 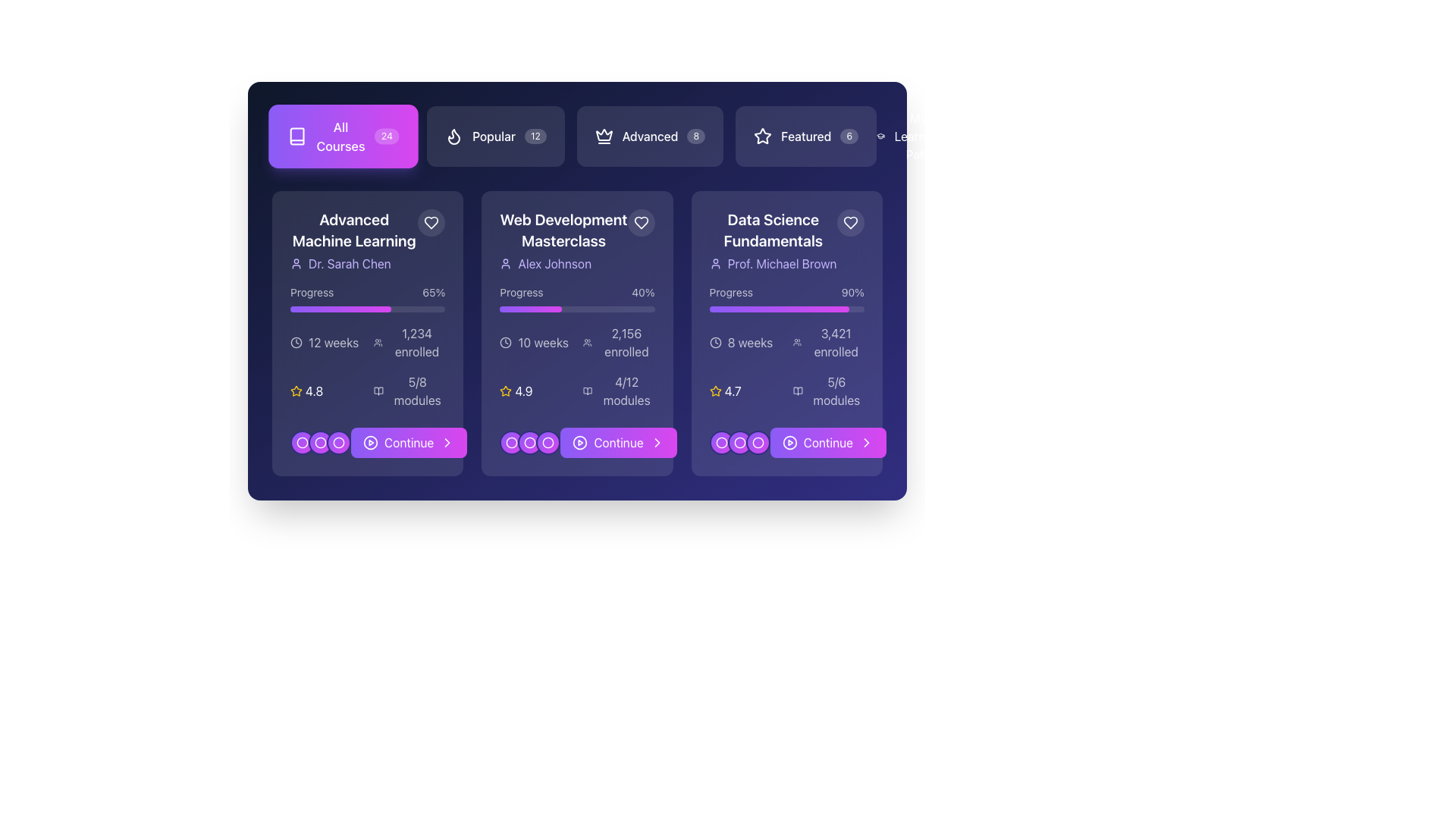 What do you see at coordinates (851, 222) in the screenshot?
I see `the heart icon button located in the top-right corner of the 'Data Science Fundamentals' course card` at bounding box center [851, 222].